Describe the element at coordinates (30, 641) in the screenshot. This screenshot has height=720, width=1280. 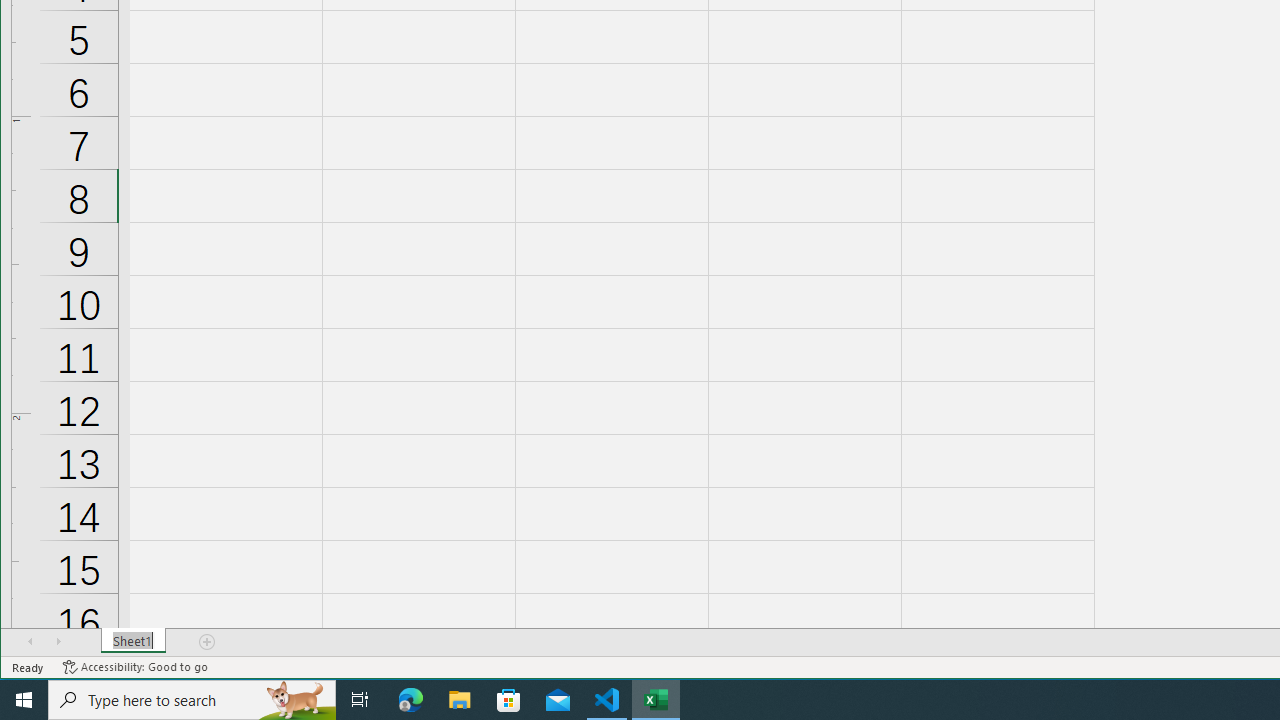
I see `'Scroll Left'` at that location.